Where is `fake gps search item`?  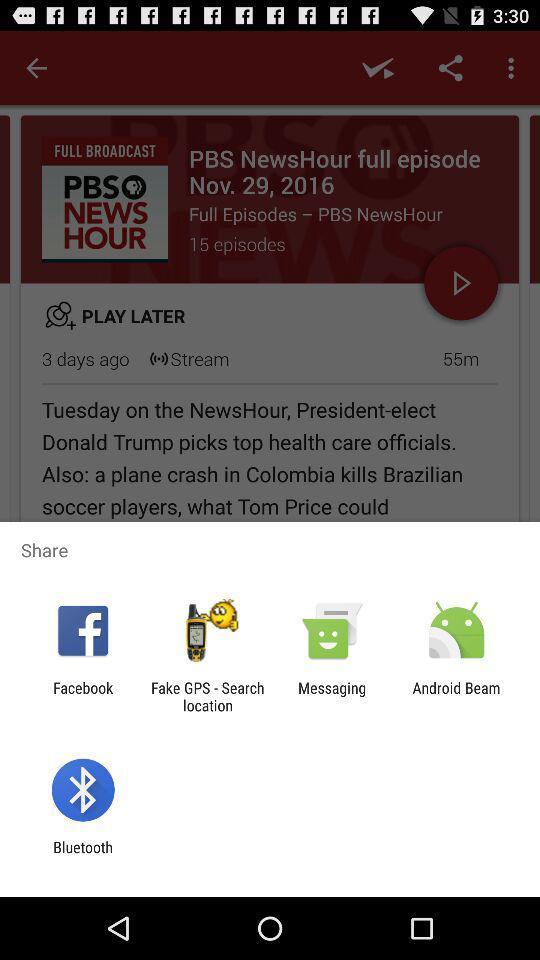 fake gps search item is located at coordinates (206, 696).